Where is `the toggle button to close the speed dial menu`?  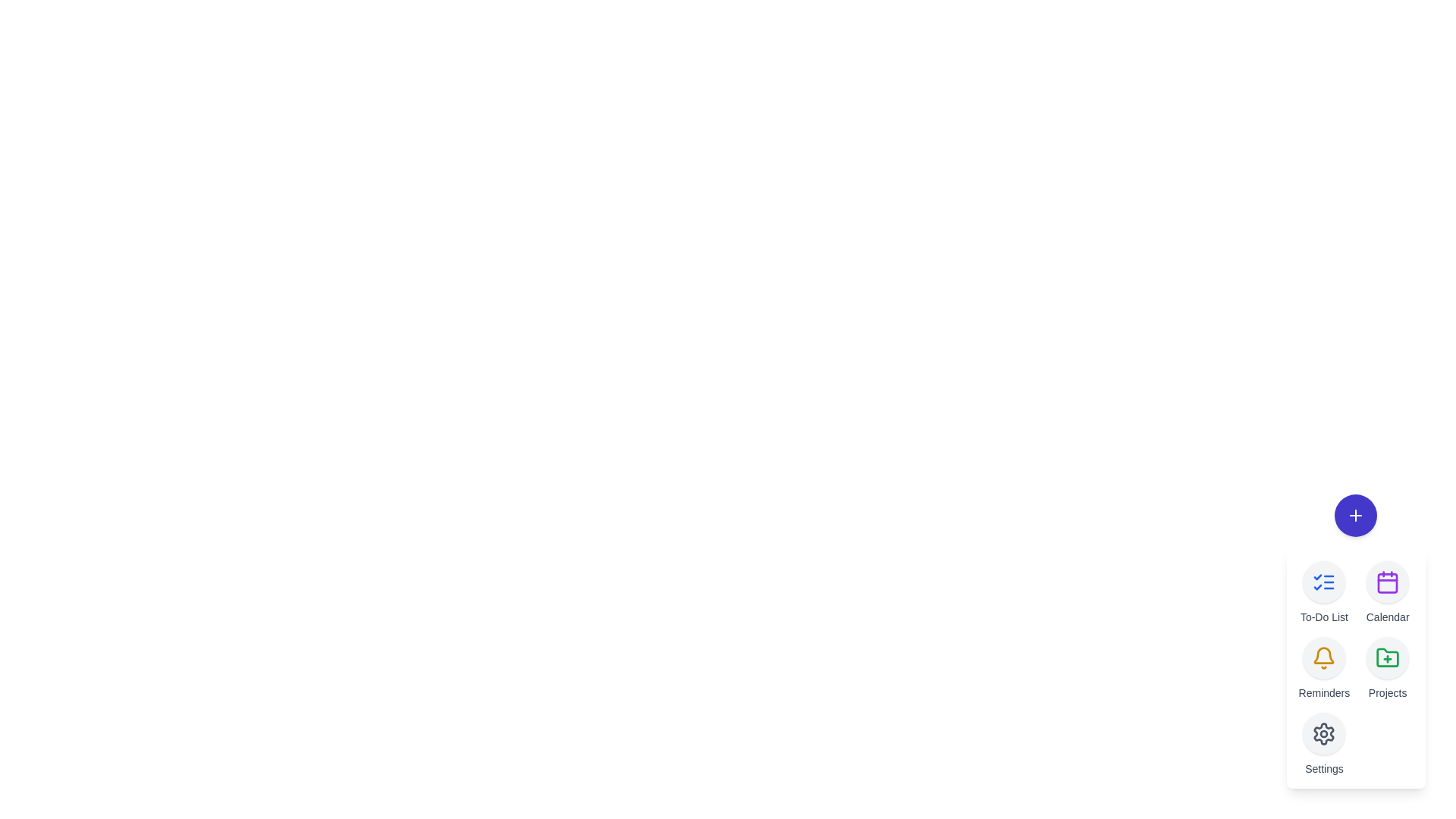
the toggle button to close the speed dial menu is located at coordinates (1356, 514).